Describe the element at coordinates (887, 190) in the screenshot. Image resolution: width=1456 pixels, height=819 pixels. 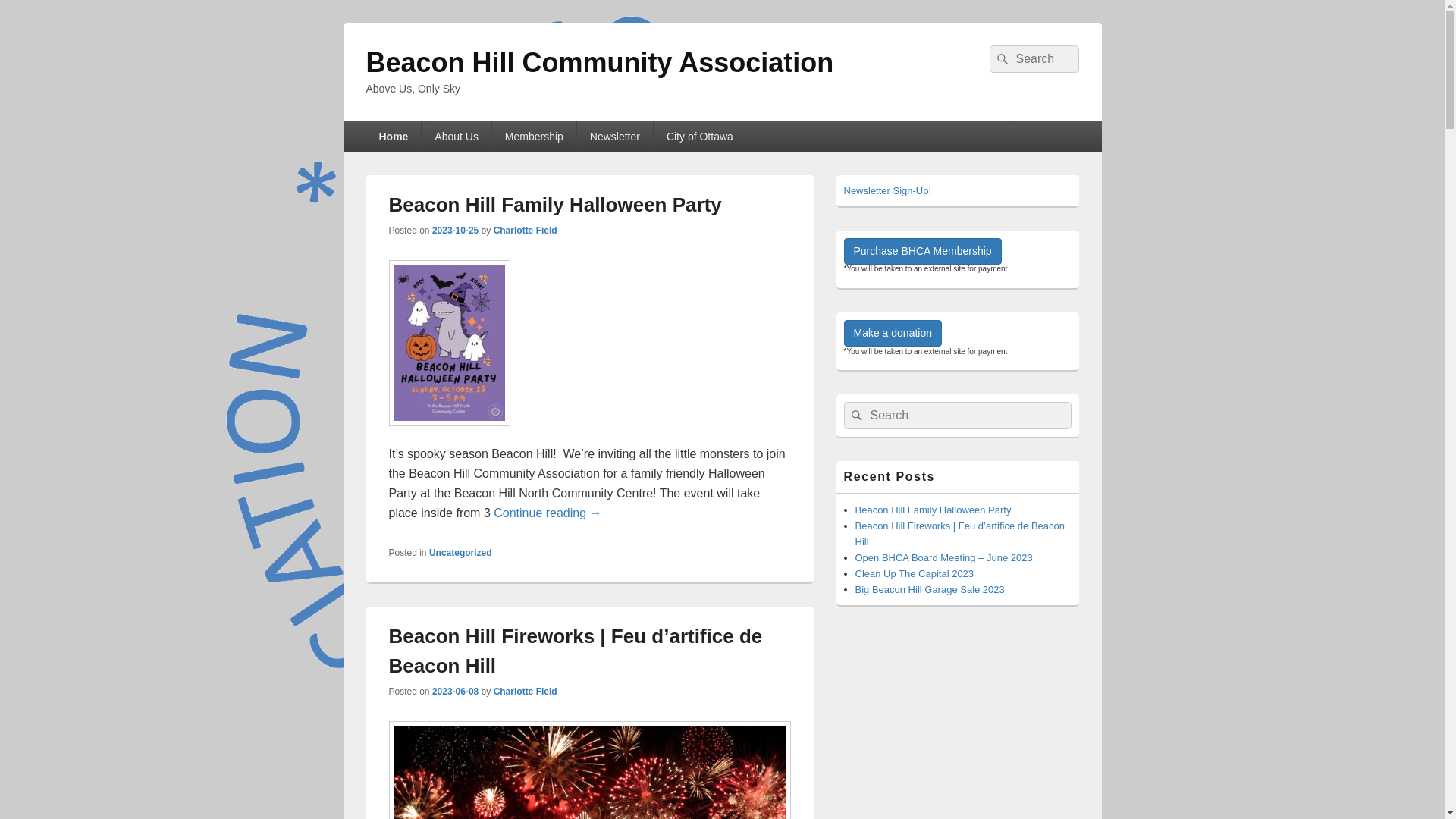
I see `'Newsletter Sign-Up!'` at that location.